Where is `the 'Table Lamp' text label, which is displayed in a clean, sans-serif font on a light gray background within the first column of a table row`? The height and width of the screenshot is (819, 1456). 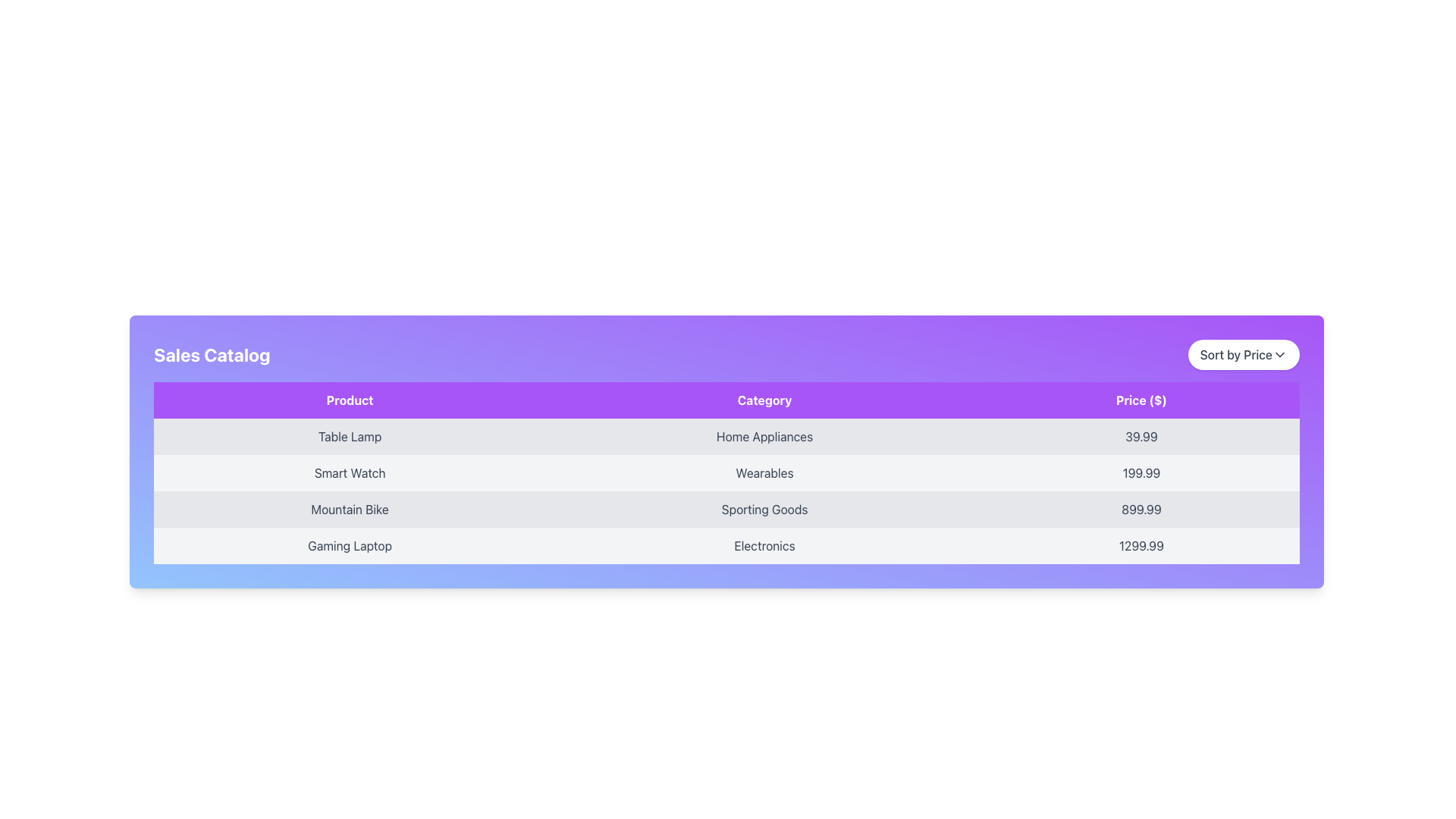 the 'Table Lamp' text label, which is displayed in a clean, sans-serif font on a light gray background within the first column of a table row is located at coordinates (349, 436).